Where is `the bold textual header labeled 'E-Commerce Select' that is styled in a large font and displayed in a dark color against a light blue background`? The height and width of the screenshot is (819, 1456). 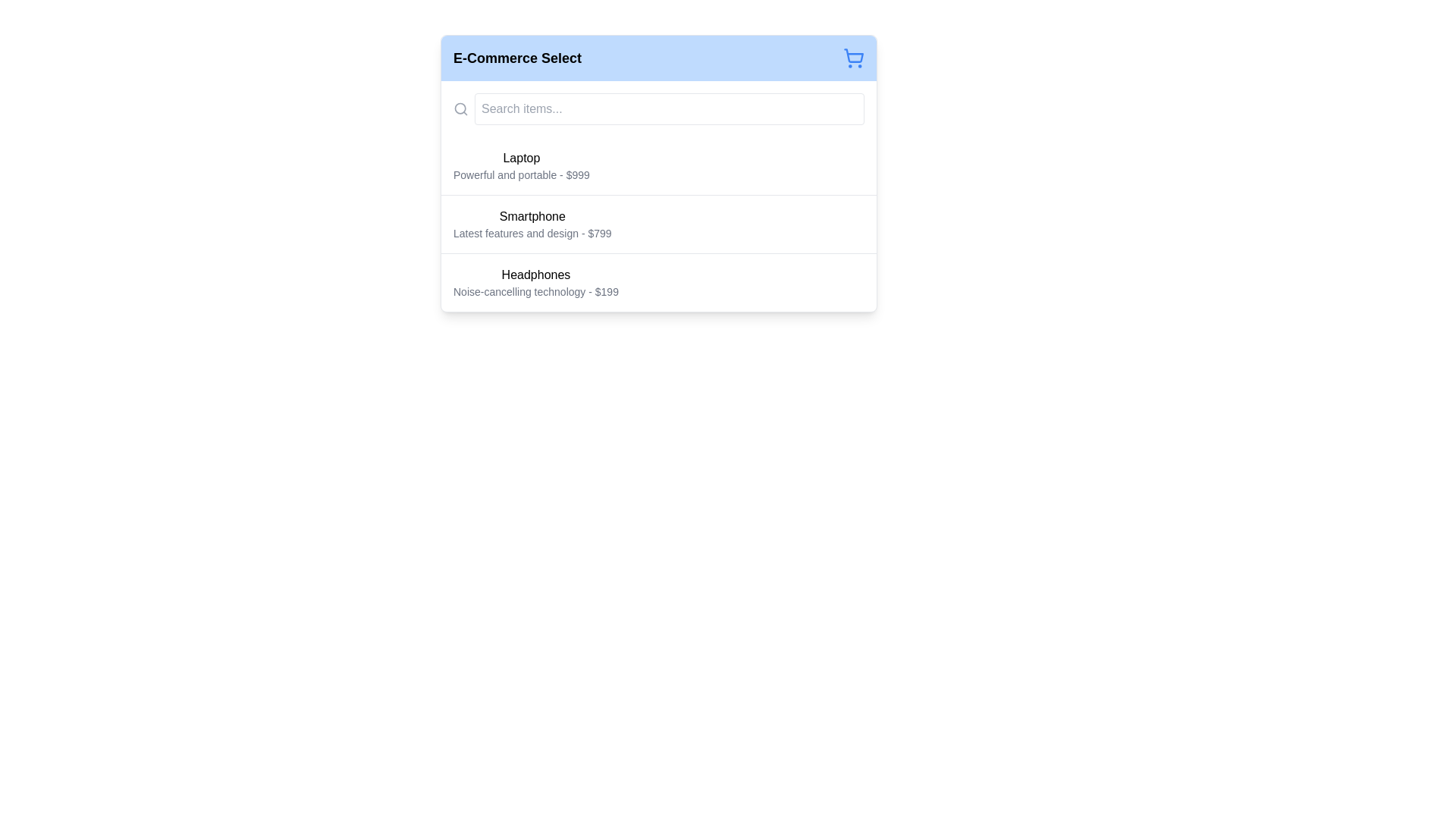
the bold textual header labeled 'E-Commerce Select' that is styled in a large font and displayed in a dark color against a light blue background is located at coordinates (517, 58).